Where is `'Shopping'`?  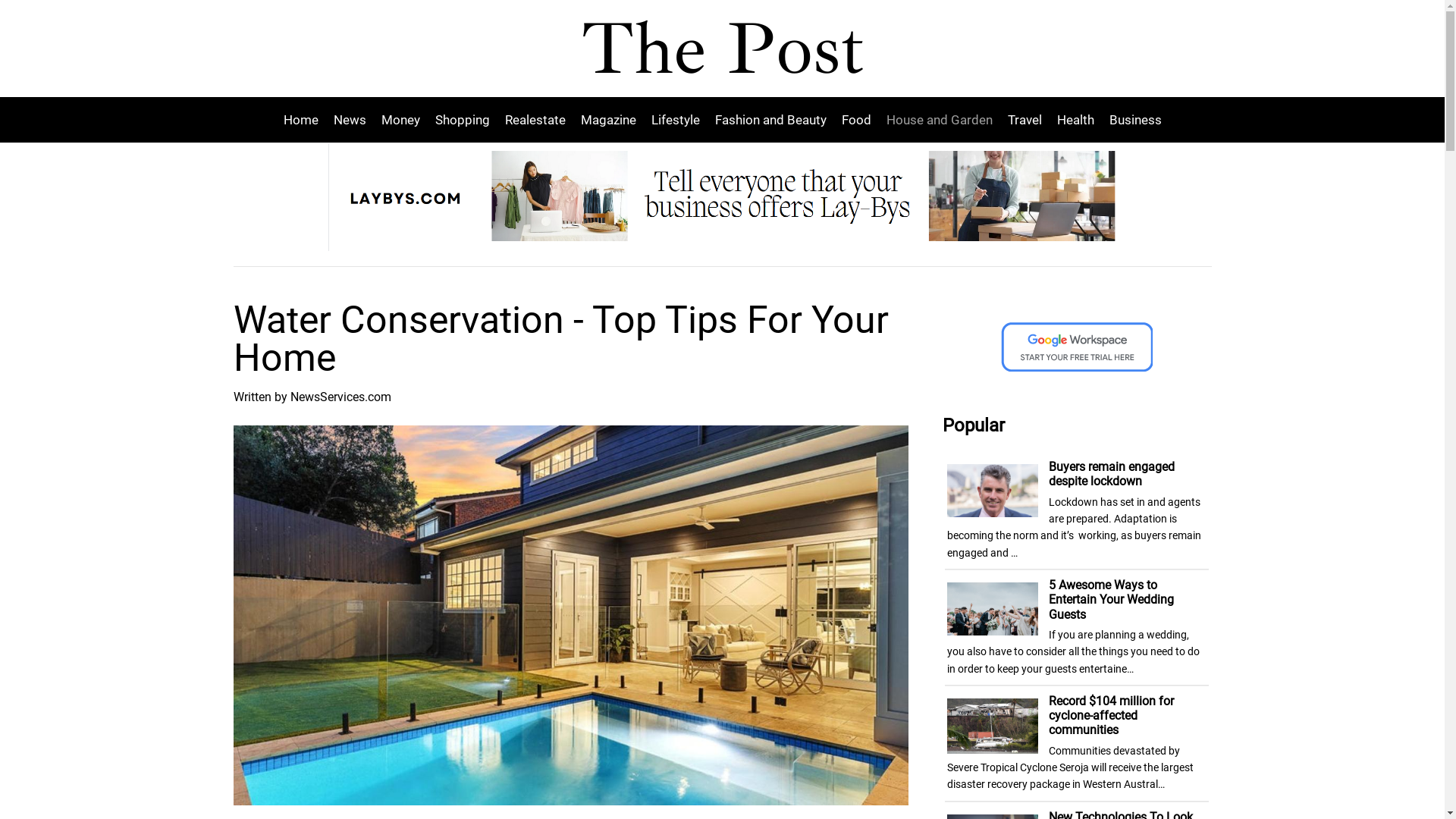
'Shopping' is located at coordinates (461, 119).